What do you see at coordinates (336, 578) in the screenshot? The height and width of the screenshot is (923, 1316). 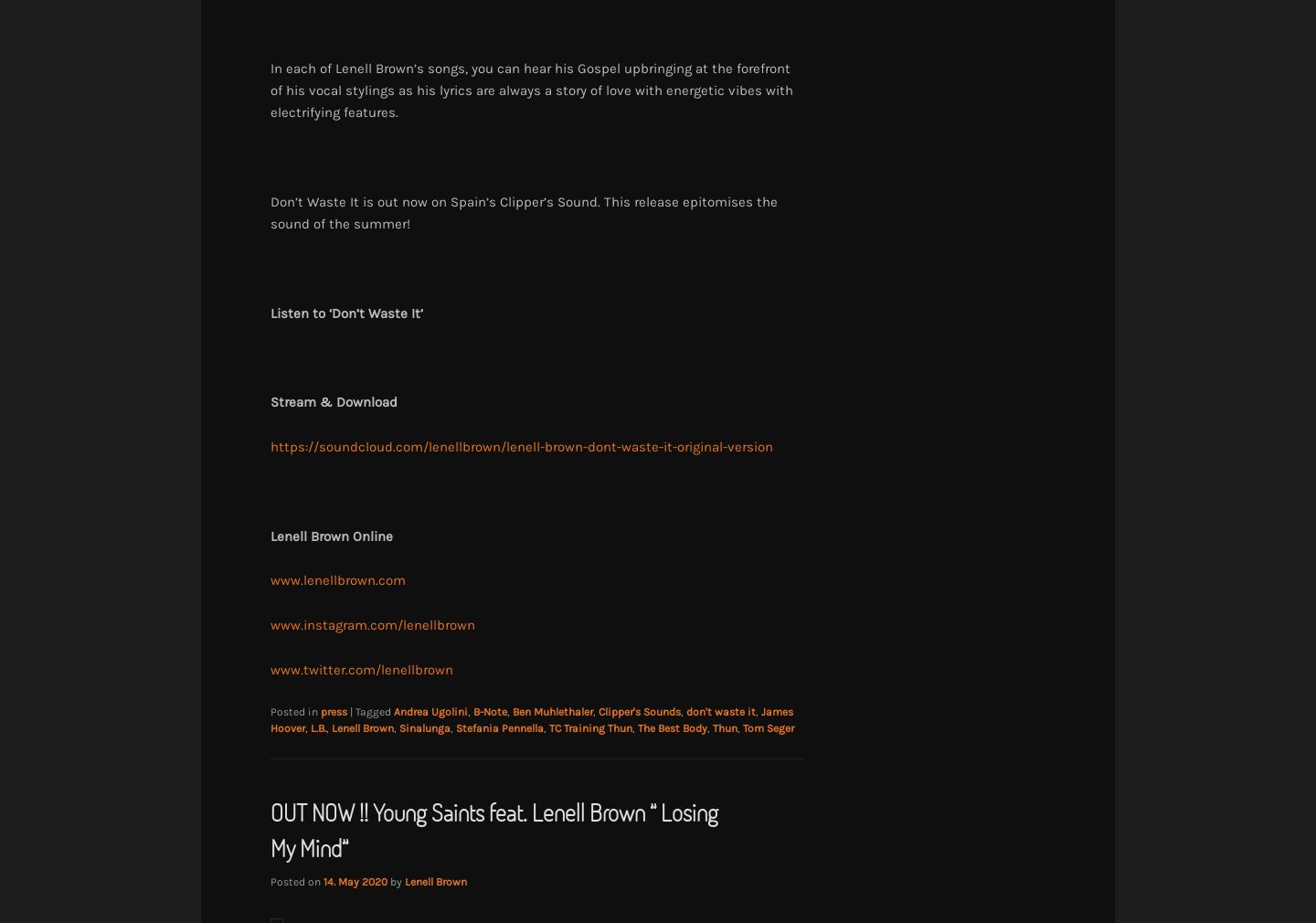 I see `'www.lenellbrown.com'` at bounding box center [336, 578].